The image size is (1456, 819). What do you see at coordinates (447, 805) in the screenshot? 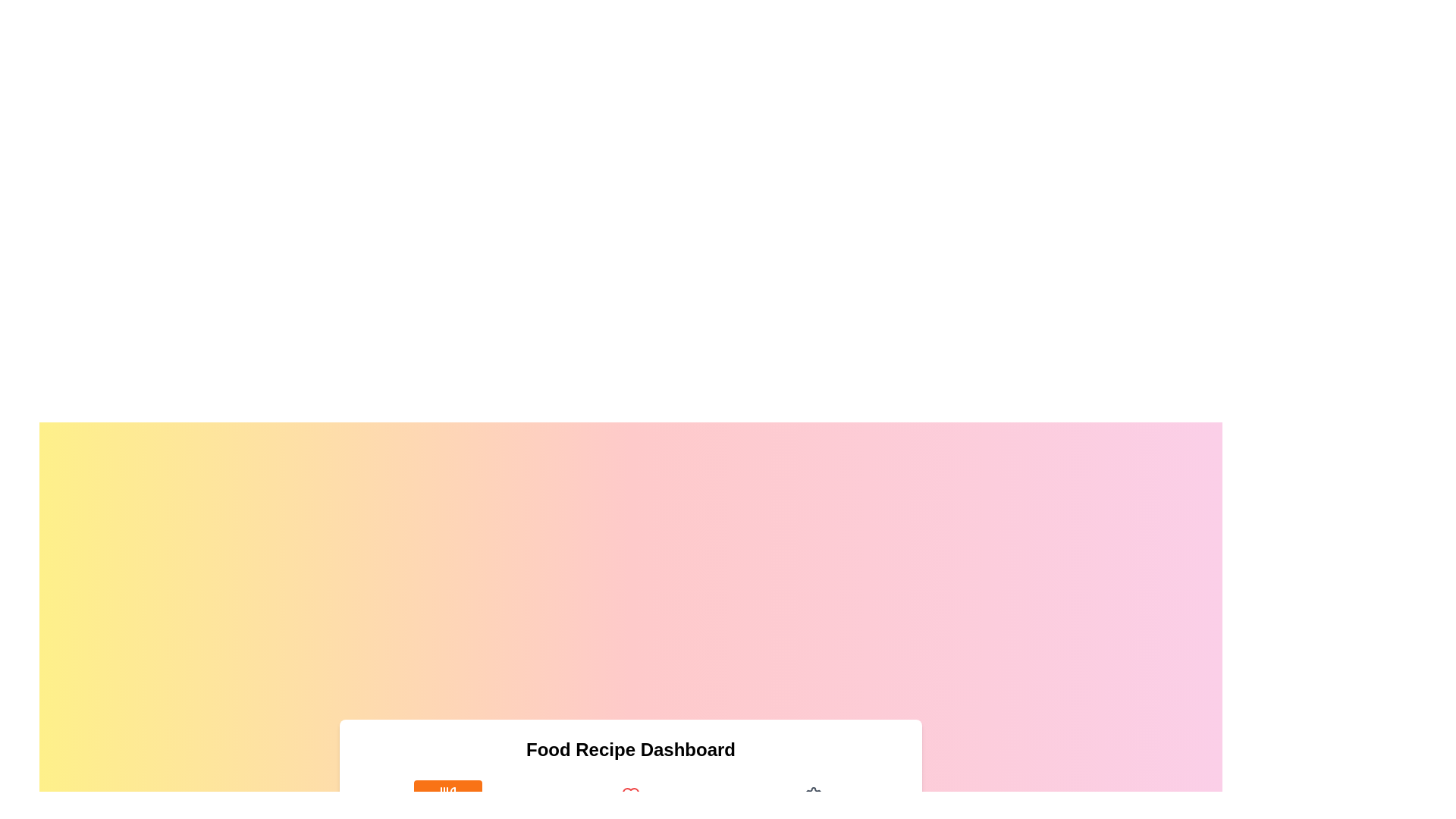
I see `the tab button labeled Recipes to switch to the corresponding tab` at bounding box center [447, 805].